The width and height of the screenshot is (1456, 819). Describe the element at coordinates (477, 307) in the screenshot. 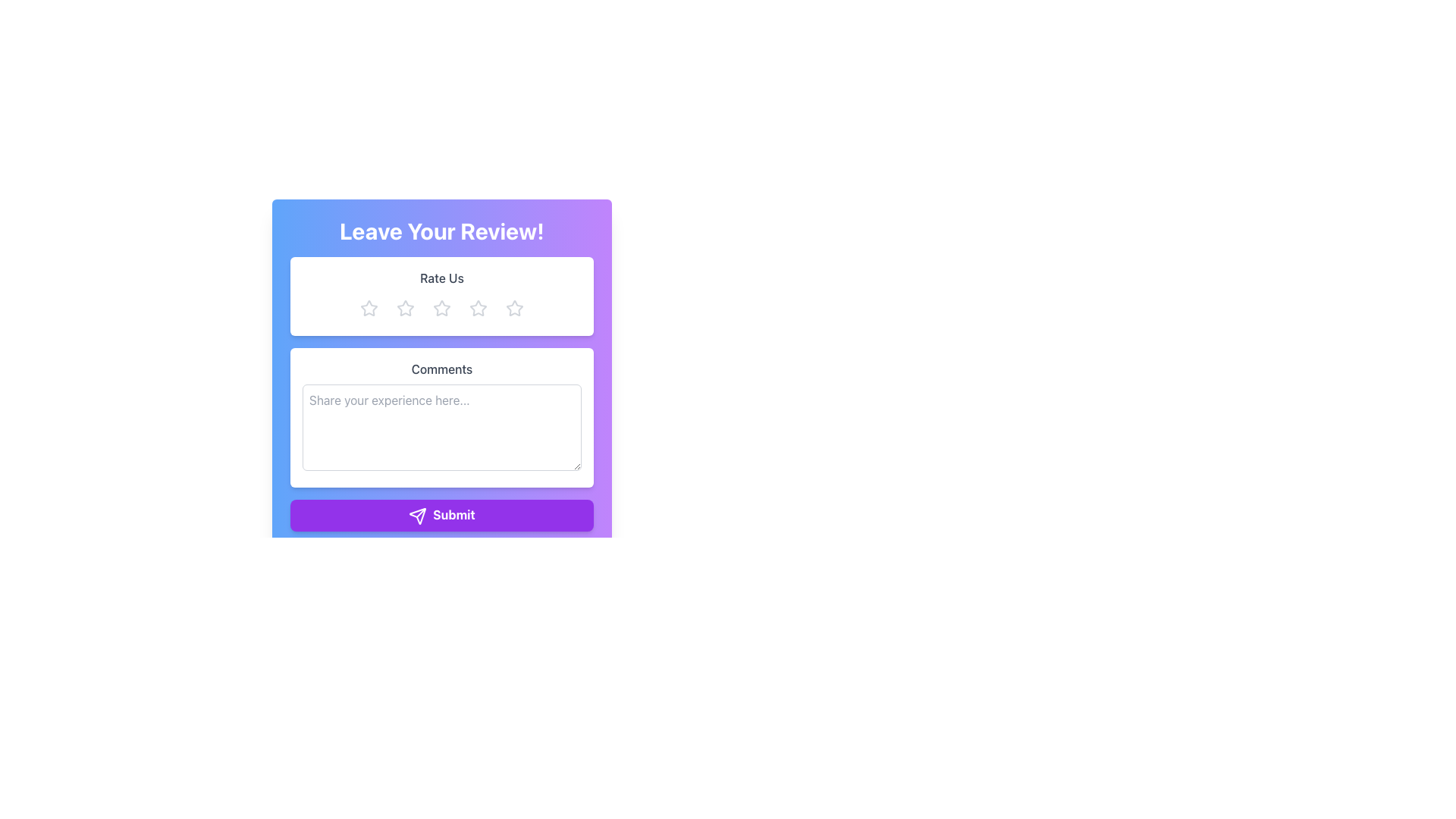

I see `the cursor across the row of stars` at that location.